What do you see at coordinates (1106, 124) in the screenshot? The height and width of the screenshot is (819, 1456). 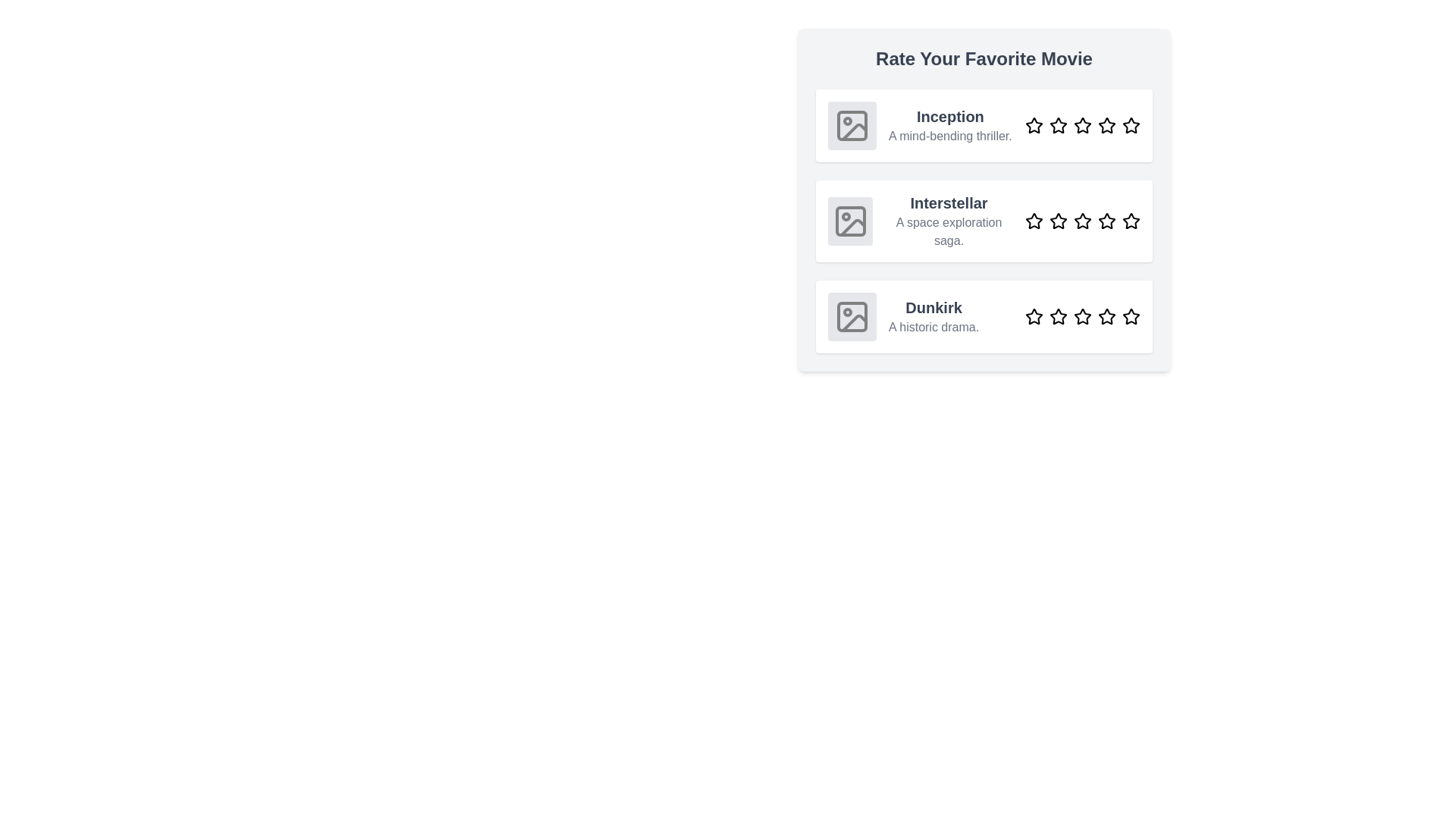 I see `the fourth star icon in the rating area for the movie 'Inception'` at bounding box center [1106, 124].